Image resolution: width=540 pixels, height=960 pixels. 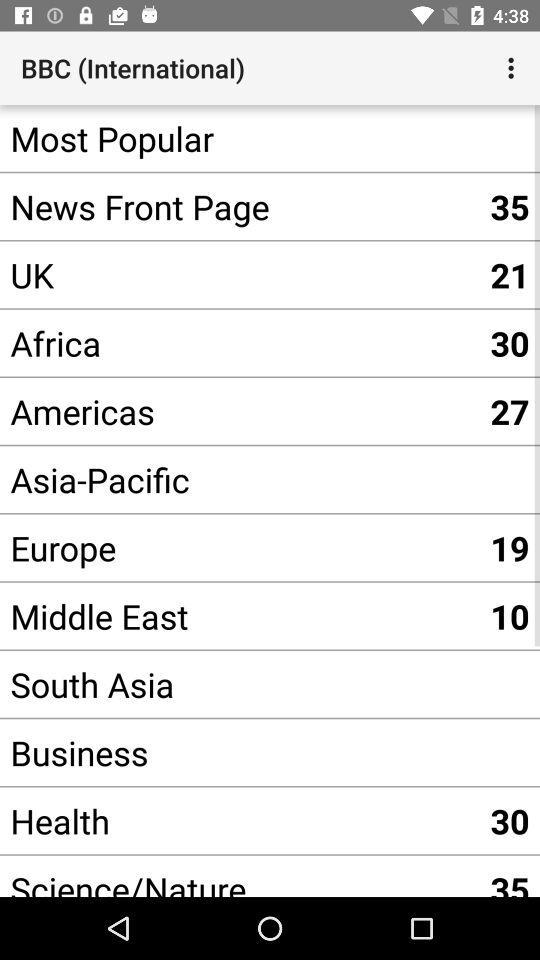 I want to click on the americas app, so click(x=239, y=410).